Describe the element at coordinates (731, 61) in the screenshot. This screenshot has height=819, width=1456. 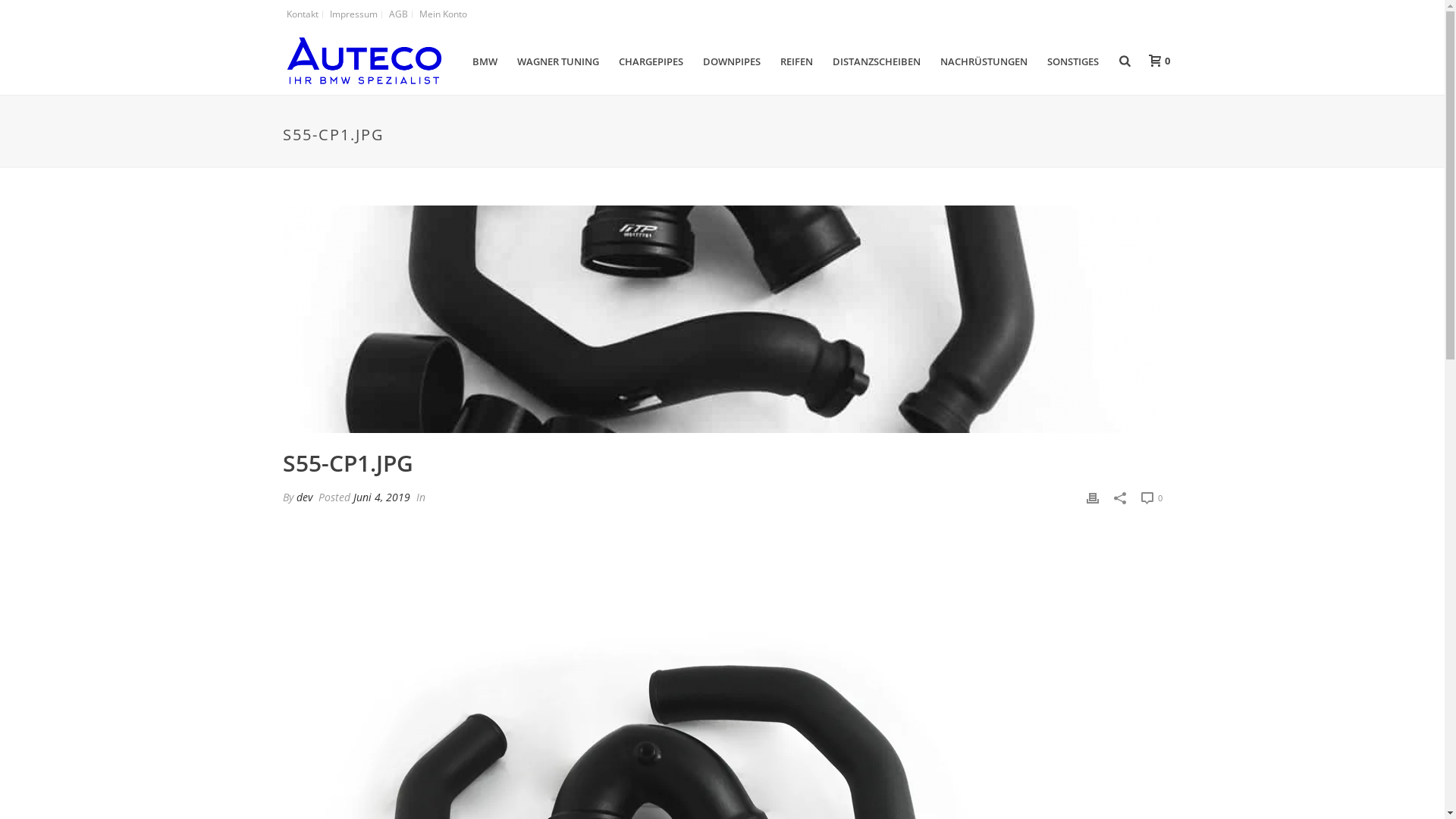
I see `'DOWNPIPES'` at that location.